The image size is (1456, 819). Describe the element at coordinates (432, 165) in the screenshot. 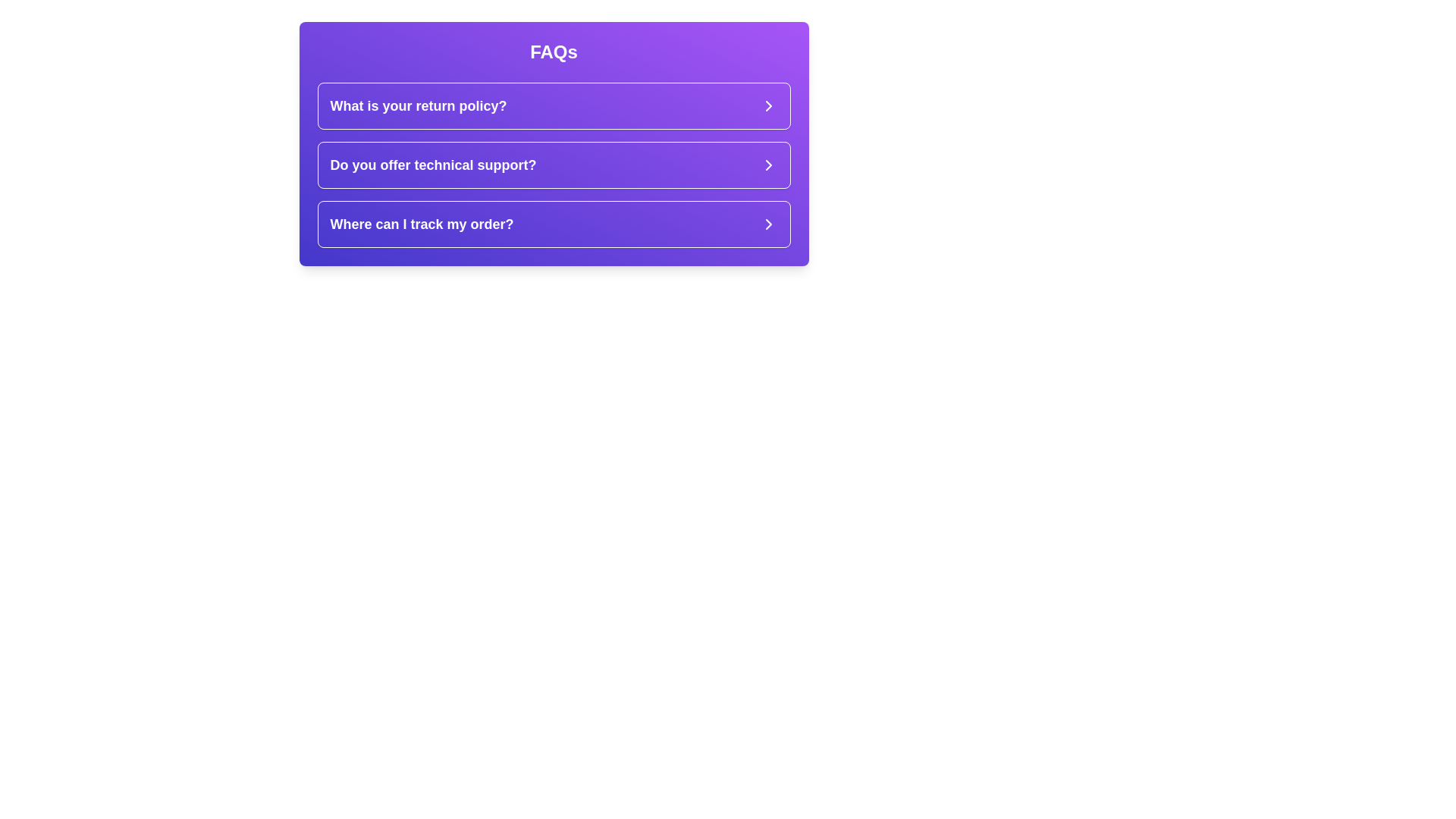

I see `the heading text in the second item of the FAQ section` at that location.